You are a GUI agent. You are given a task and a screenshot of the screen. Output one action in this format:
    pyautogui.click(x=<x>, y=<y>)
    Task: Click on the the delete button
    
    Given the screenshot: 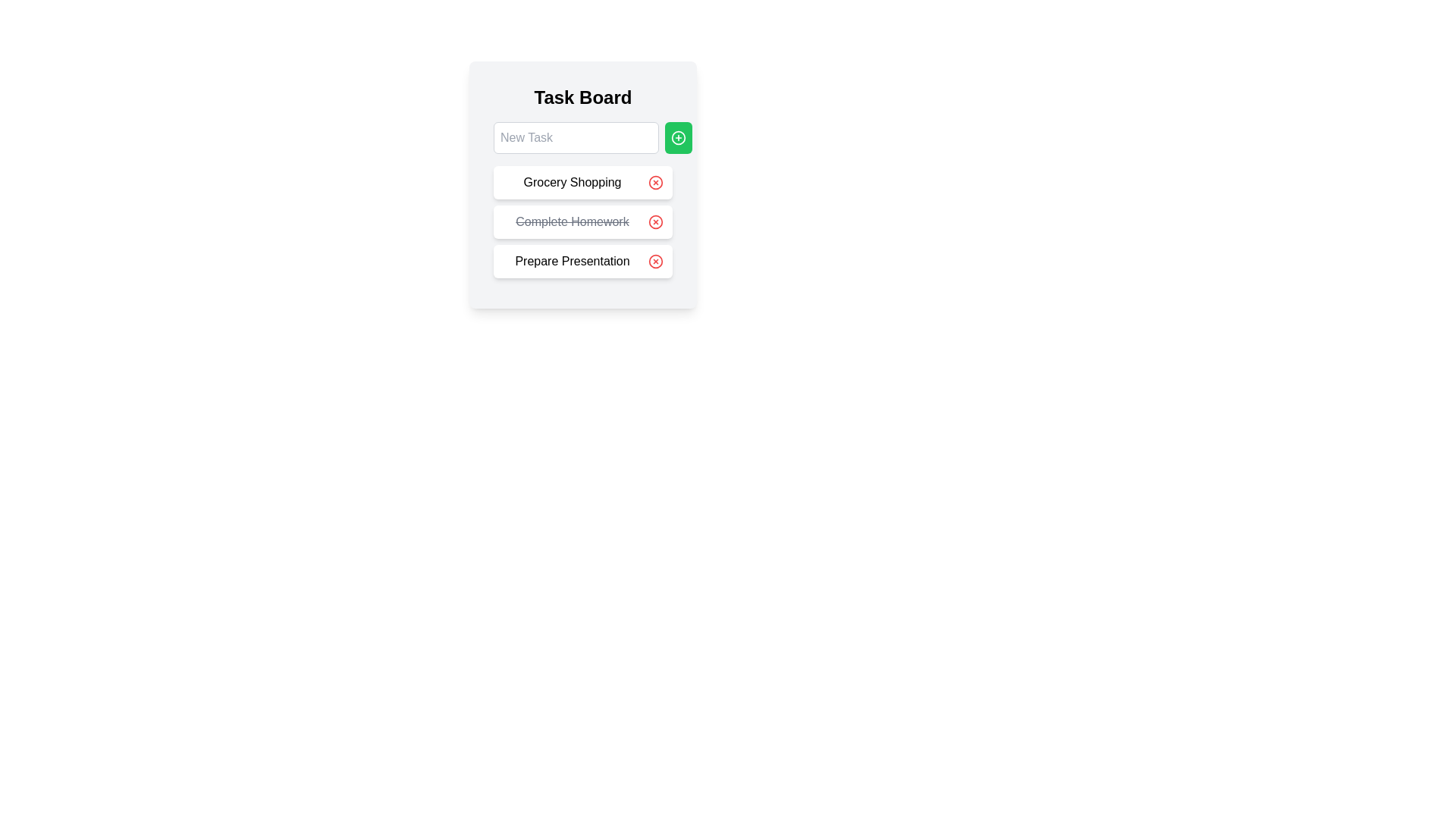 What is the action you would take?
    pyautogui.click(x=655, y=260)
    